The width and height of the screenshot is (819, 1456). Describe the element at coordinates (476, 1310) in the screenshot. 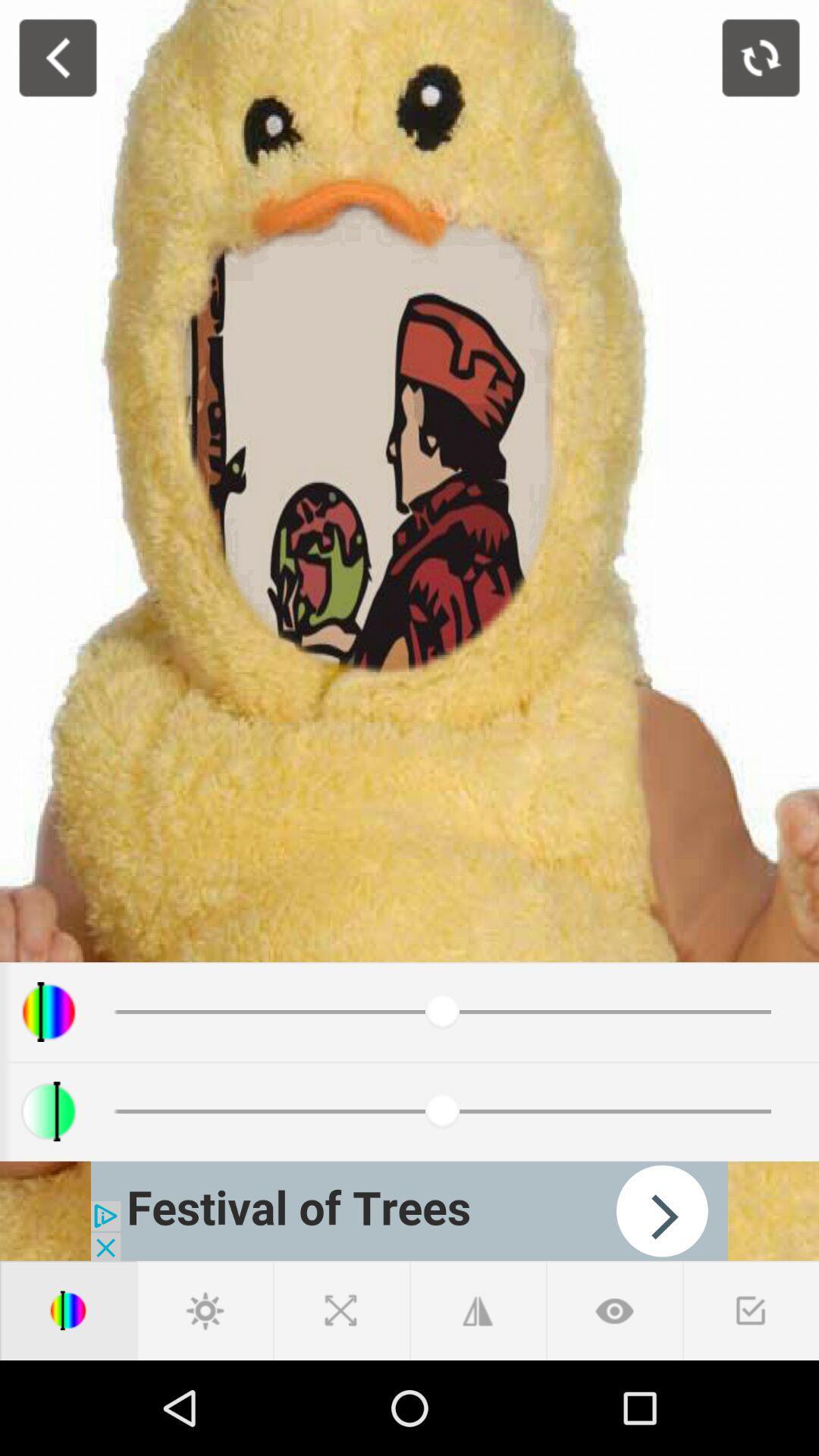

I see `make image larger` at that location.